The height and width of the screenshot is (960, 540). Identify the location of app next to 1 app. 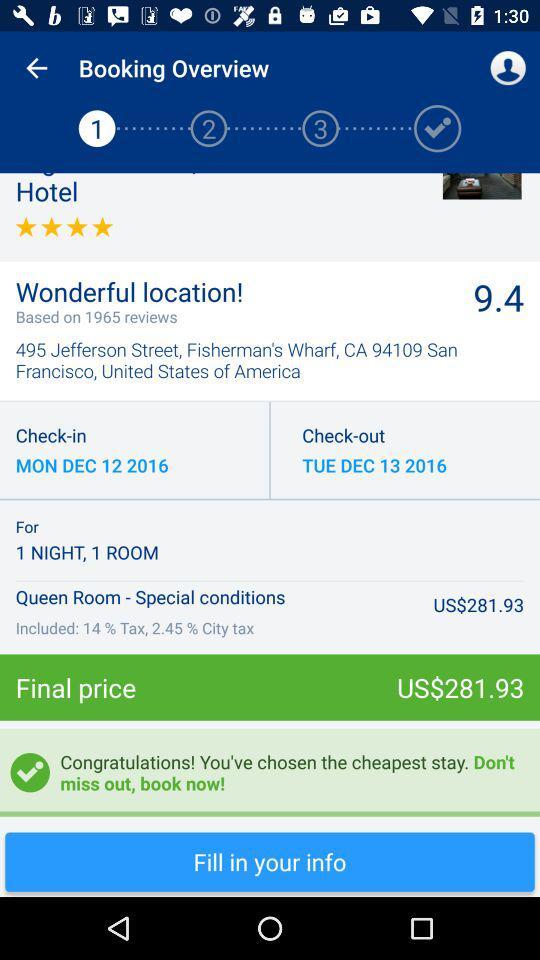
(36, 68).